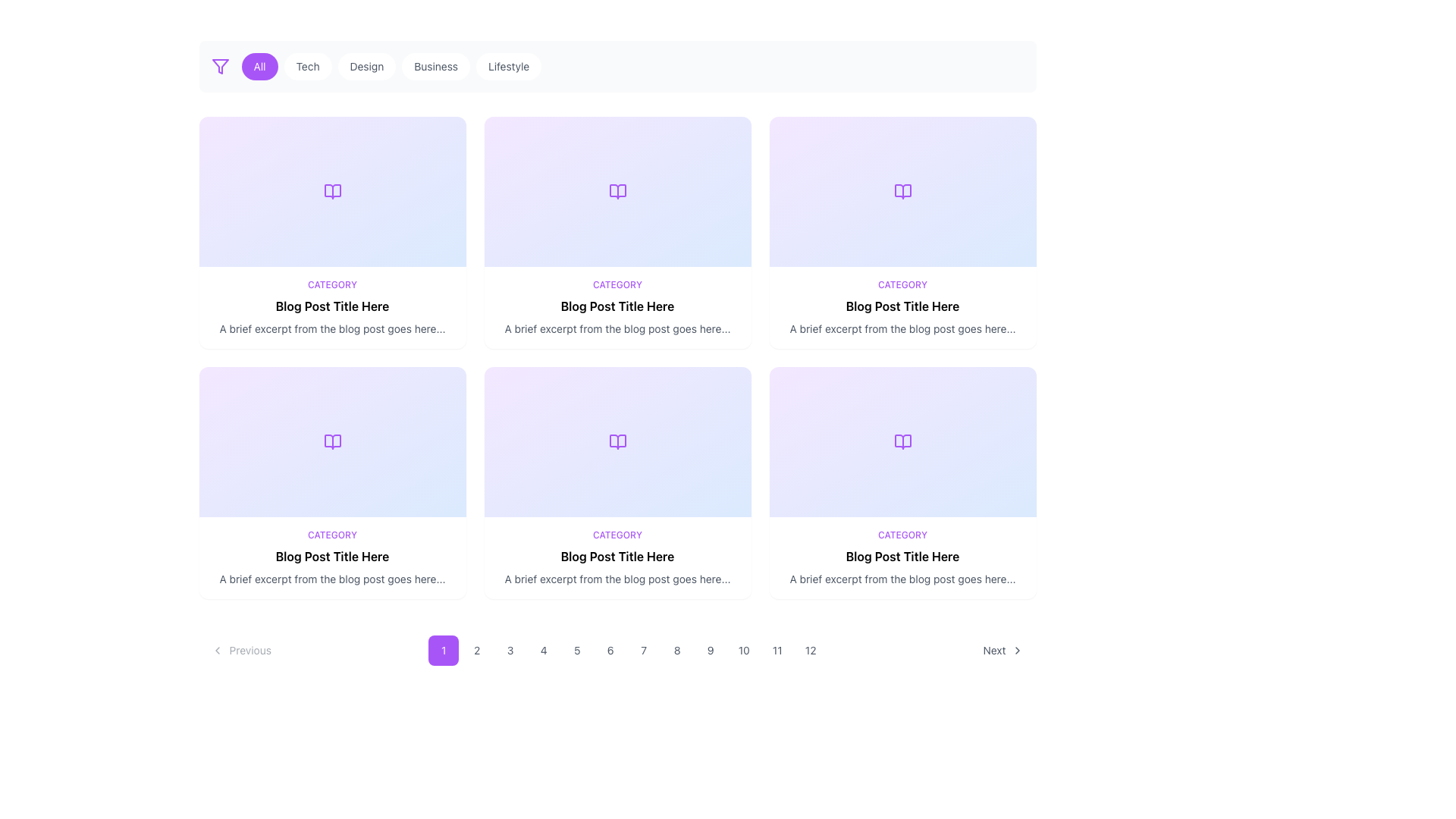  I want to click on the text block that describes the blog post, which includes its category, title, and excerpt, located in the top-left card of the grid layout below the associated image area, so click(331, 307).